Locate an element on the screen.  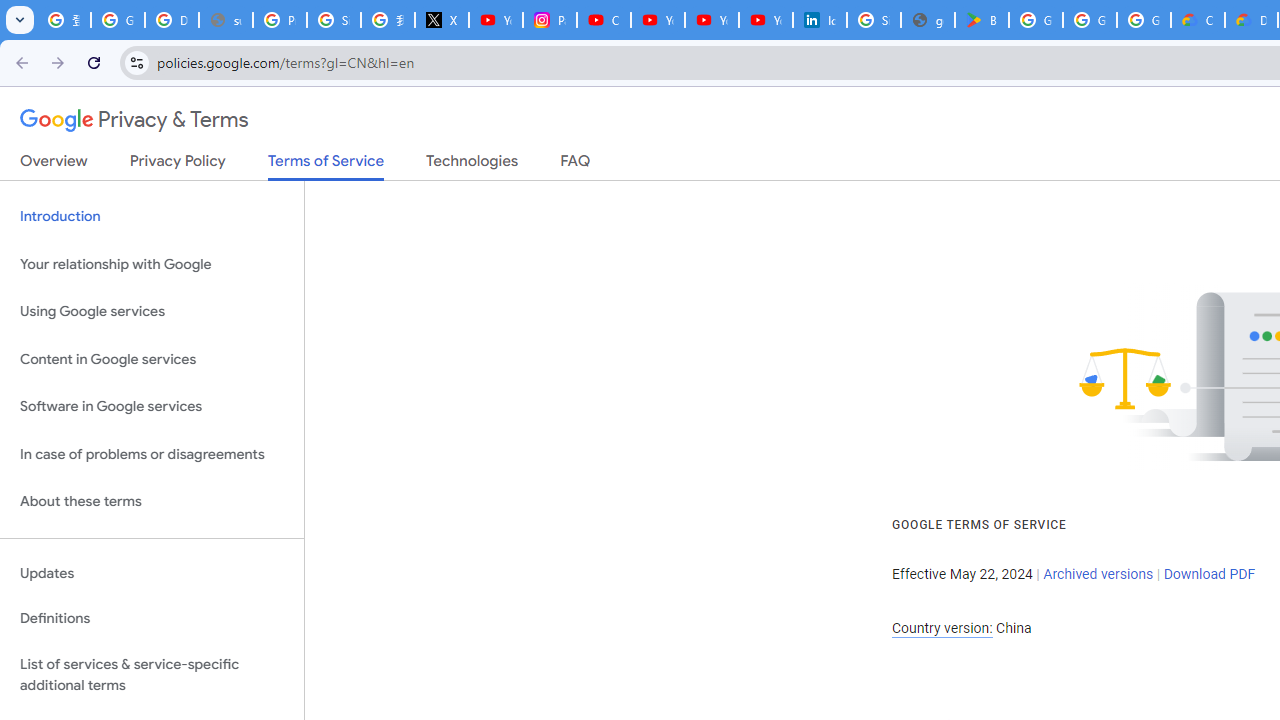
'Definitions' is located at coordinates (151, 618).